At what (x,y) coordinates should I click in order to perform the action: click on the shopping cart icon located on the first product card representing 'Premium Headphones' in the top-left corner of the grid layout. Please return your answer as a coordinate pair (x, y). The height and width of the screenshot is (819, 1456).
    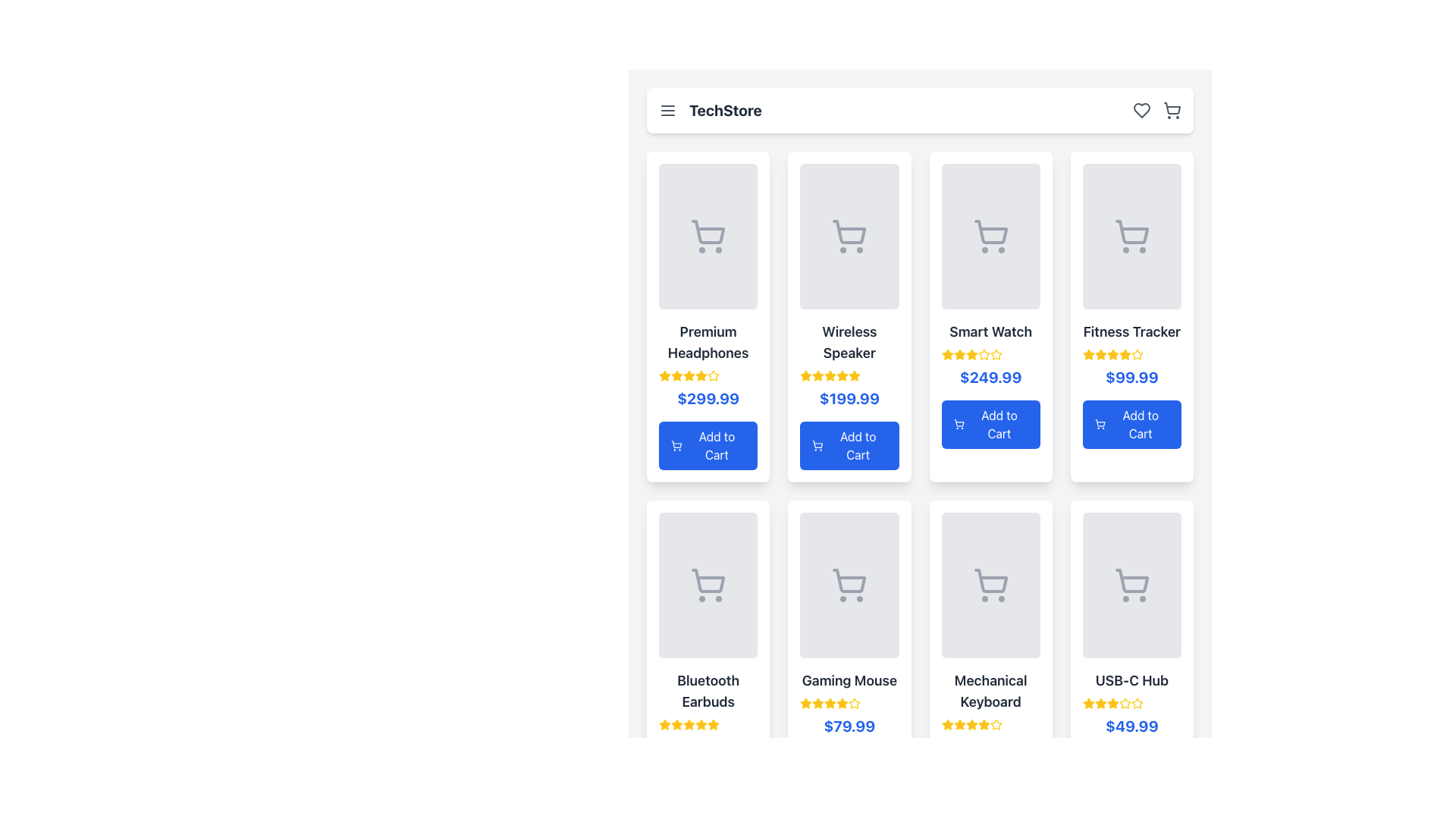
    Looking at the image, I should click on (708, 237).